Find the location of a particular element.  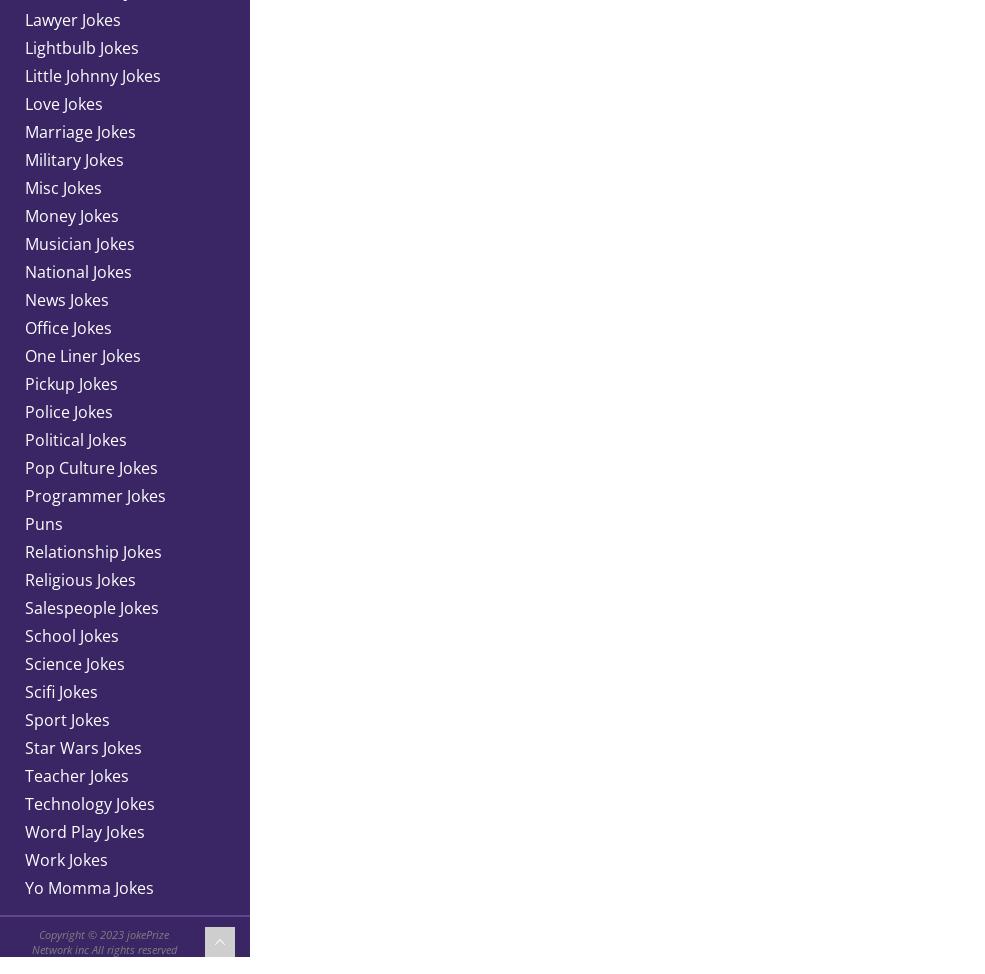

'Misc Jokes' is located at coordinates (62, 187).